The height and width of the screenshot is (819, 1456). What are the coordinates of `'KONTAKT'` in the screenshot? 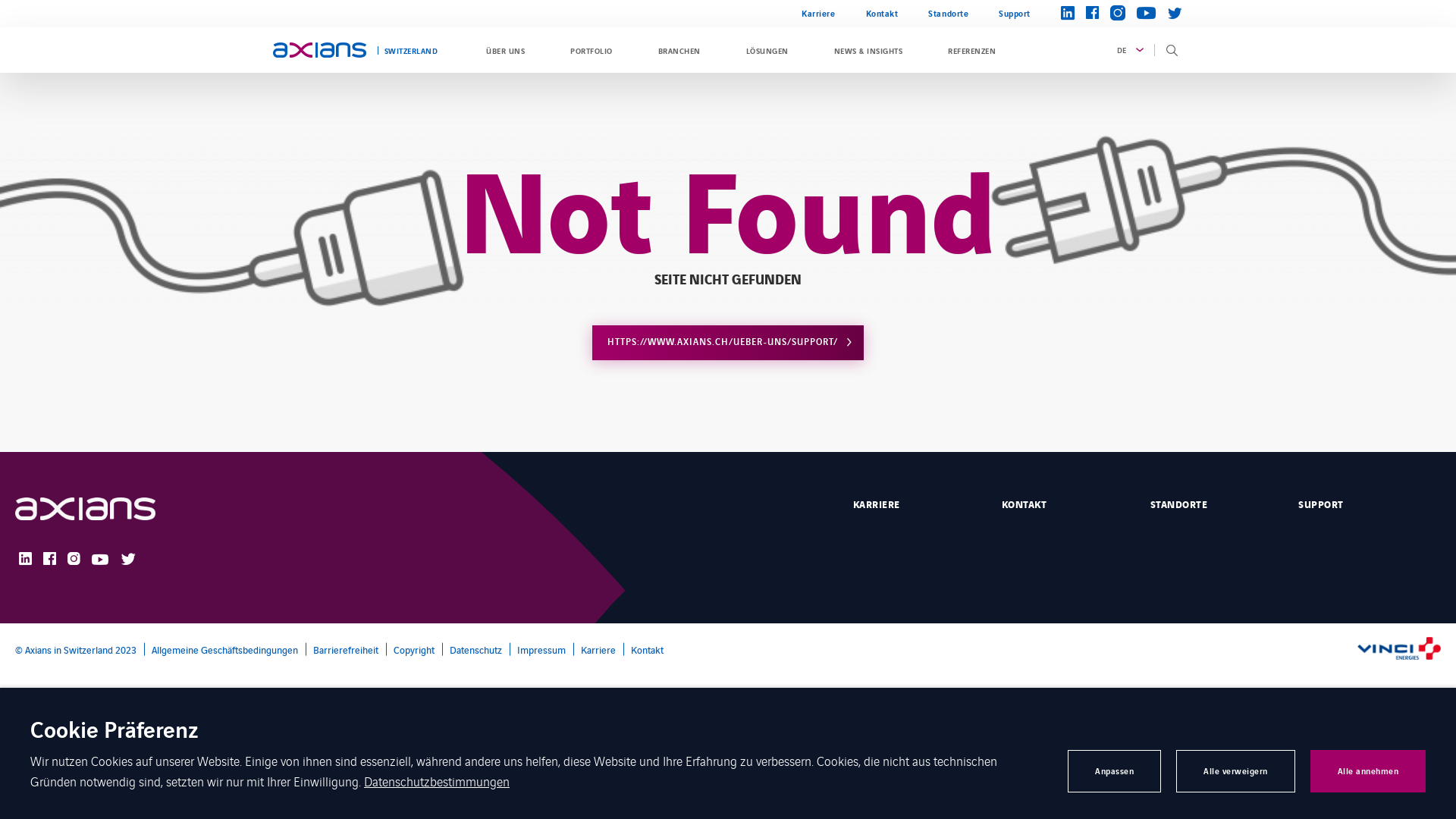 It's located at (1063, 503).